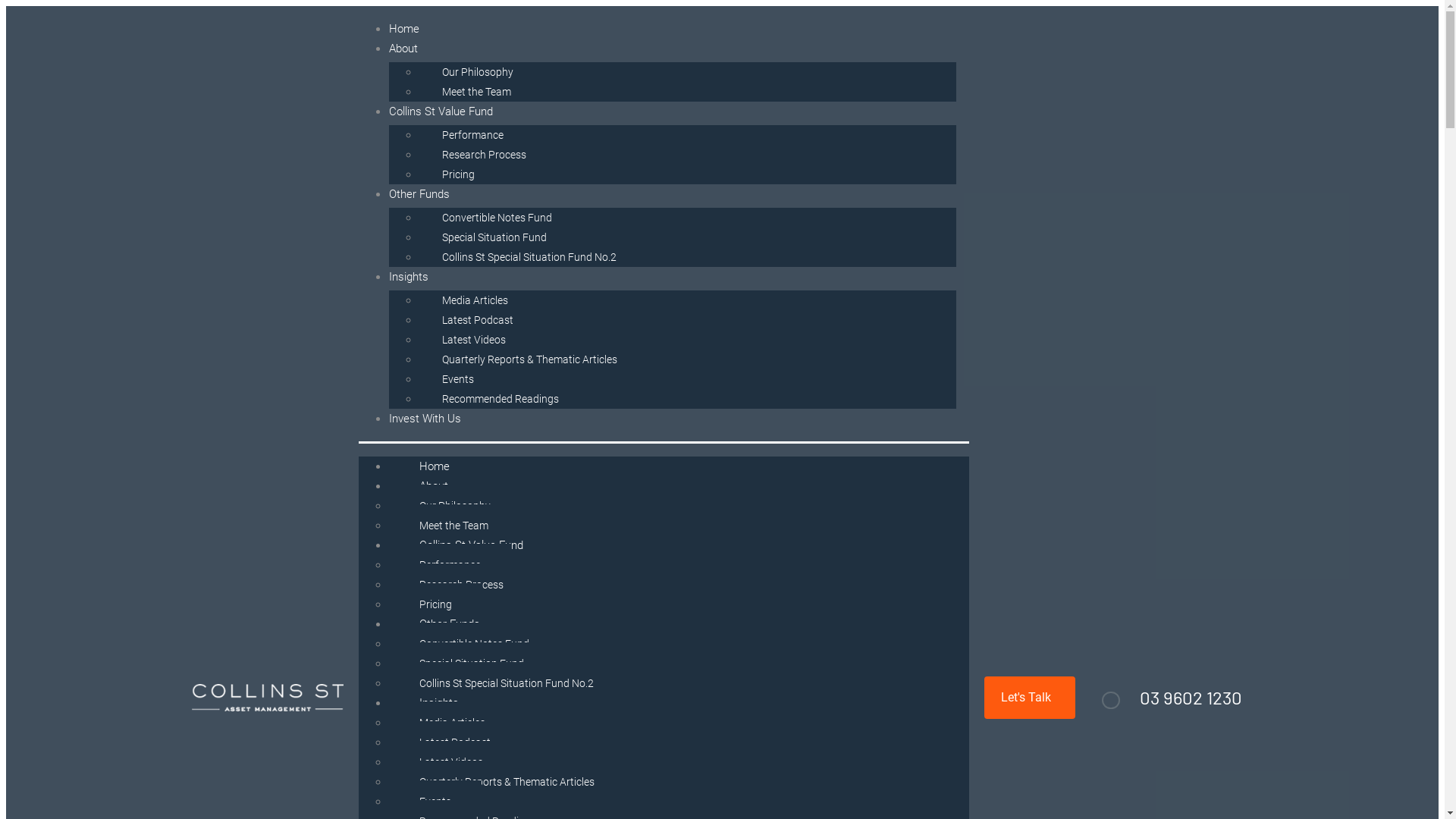  Describe the element at coordinates (457, 378) in the screenshot. I see `'Events'` at that location.